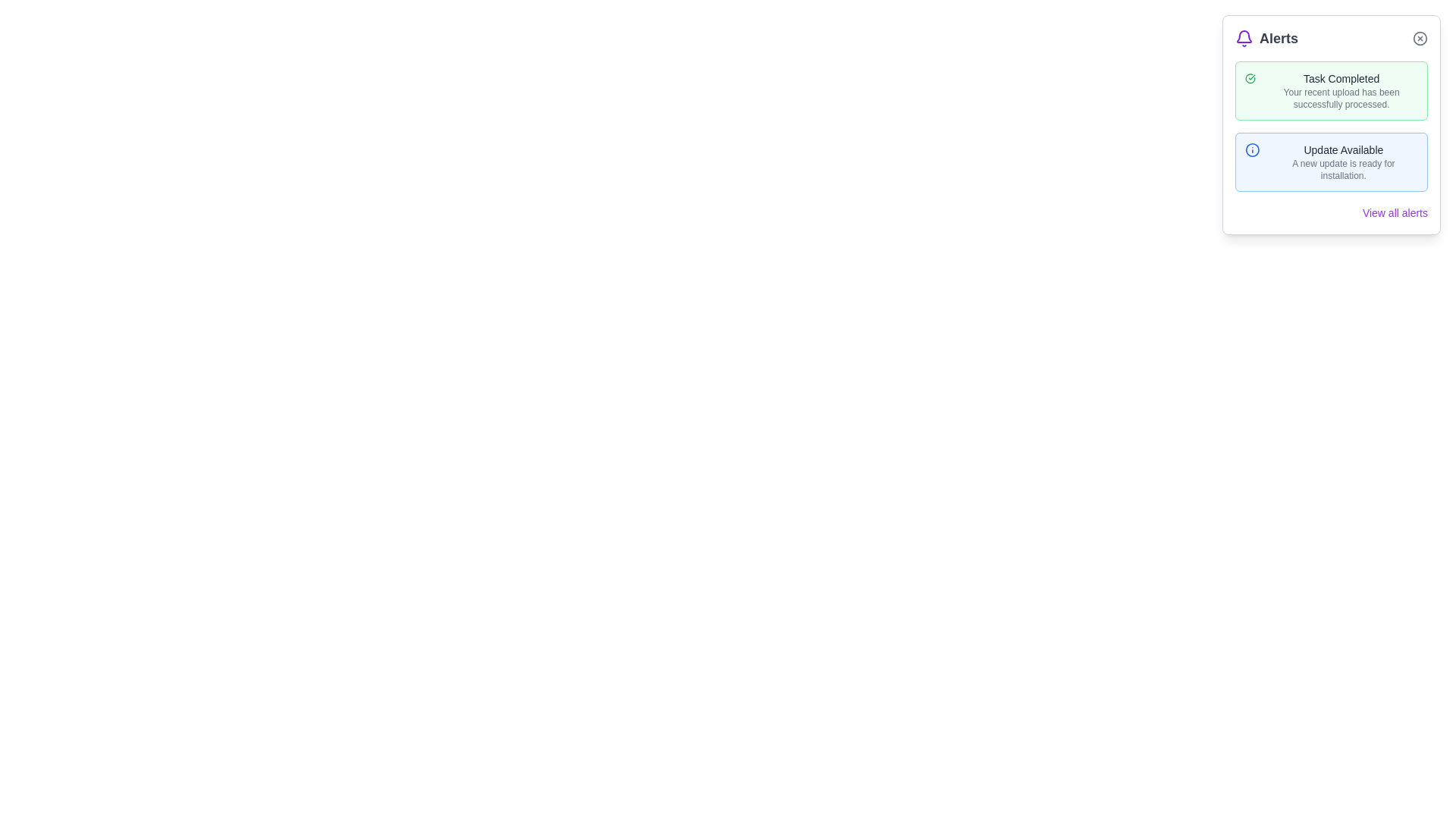 Image resolution: width=1456 pixels, height=819 pixels. Describe the element at coordinates (1341, 99) in the screenshot. I see `informational message from the Text Label indicating that the recent upload has been successfully processed, located in the notification panel labeled 'Alerts' under the 'Task Completed' header` at that location.